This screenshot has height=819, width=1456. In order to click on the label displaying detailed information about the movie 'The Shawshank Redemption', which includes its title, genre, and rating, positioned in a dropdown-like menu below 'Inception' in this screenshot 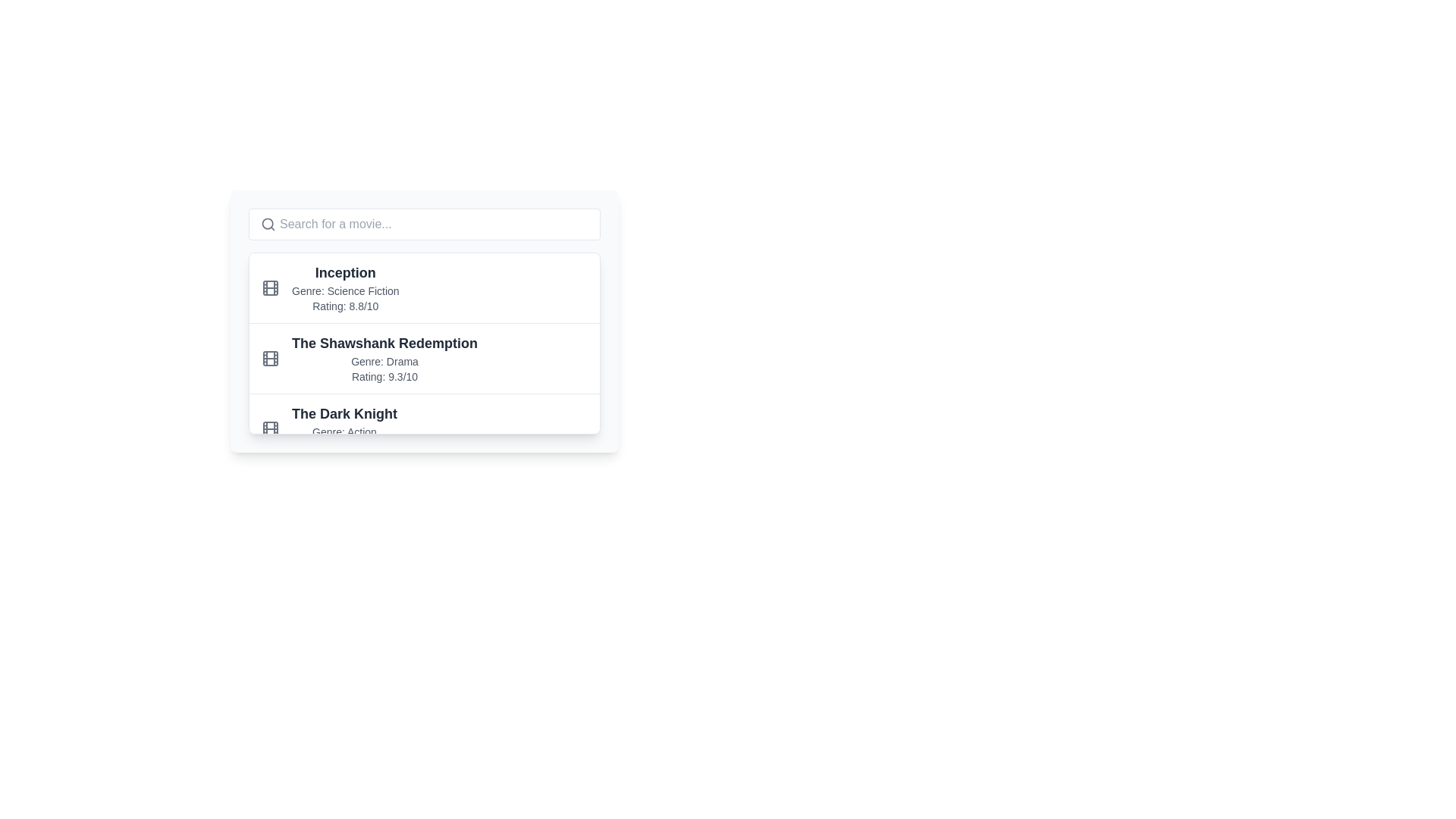, I will do `click(384, 359)`.